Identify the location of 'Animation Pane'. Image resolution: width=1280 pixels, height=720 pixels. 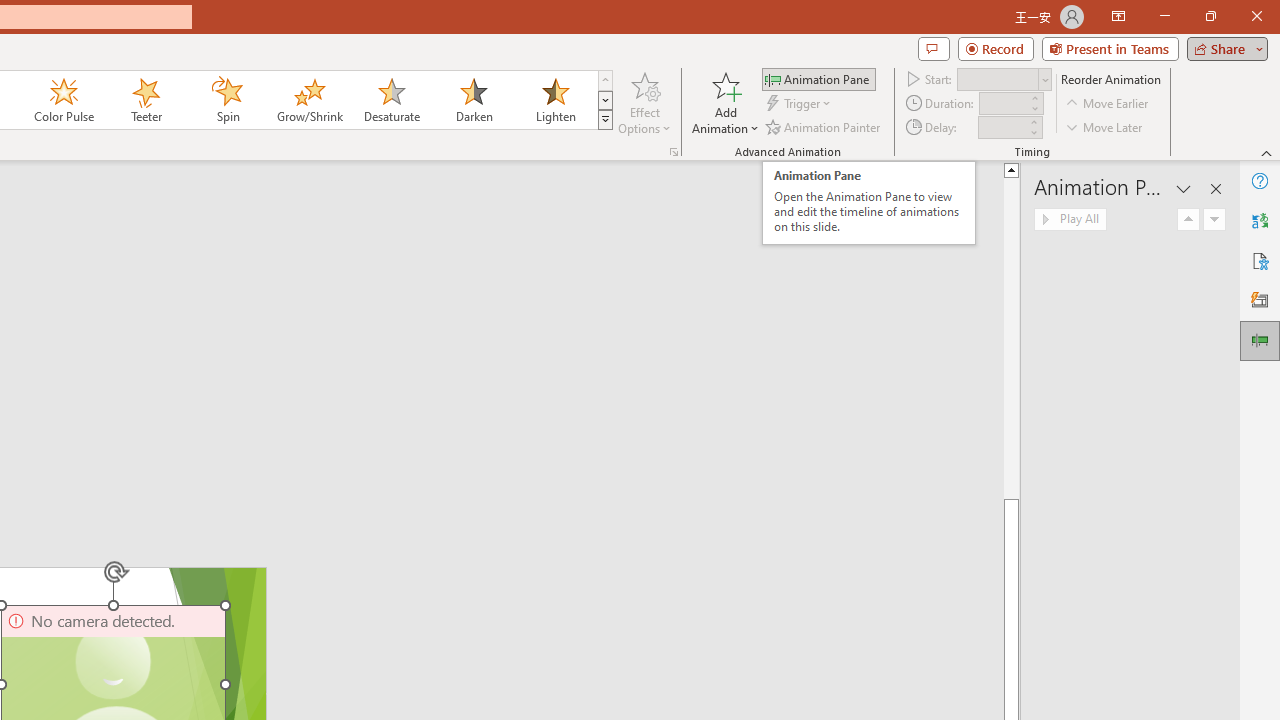
(818, 78).